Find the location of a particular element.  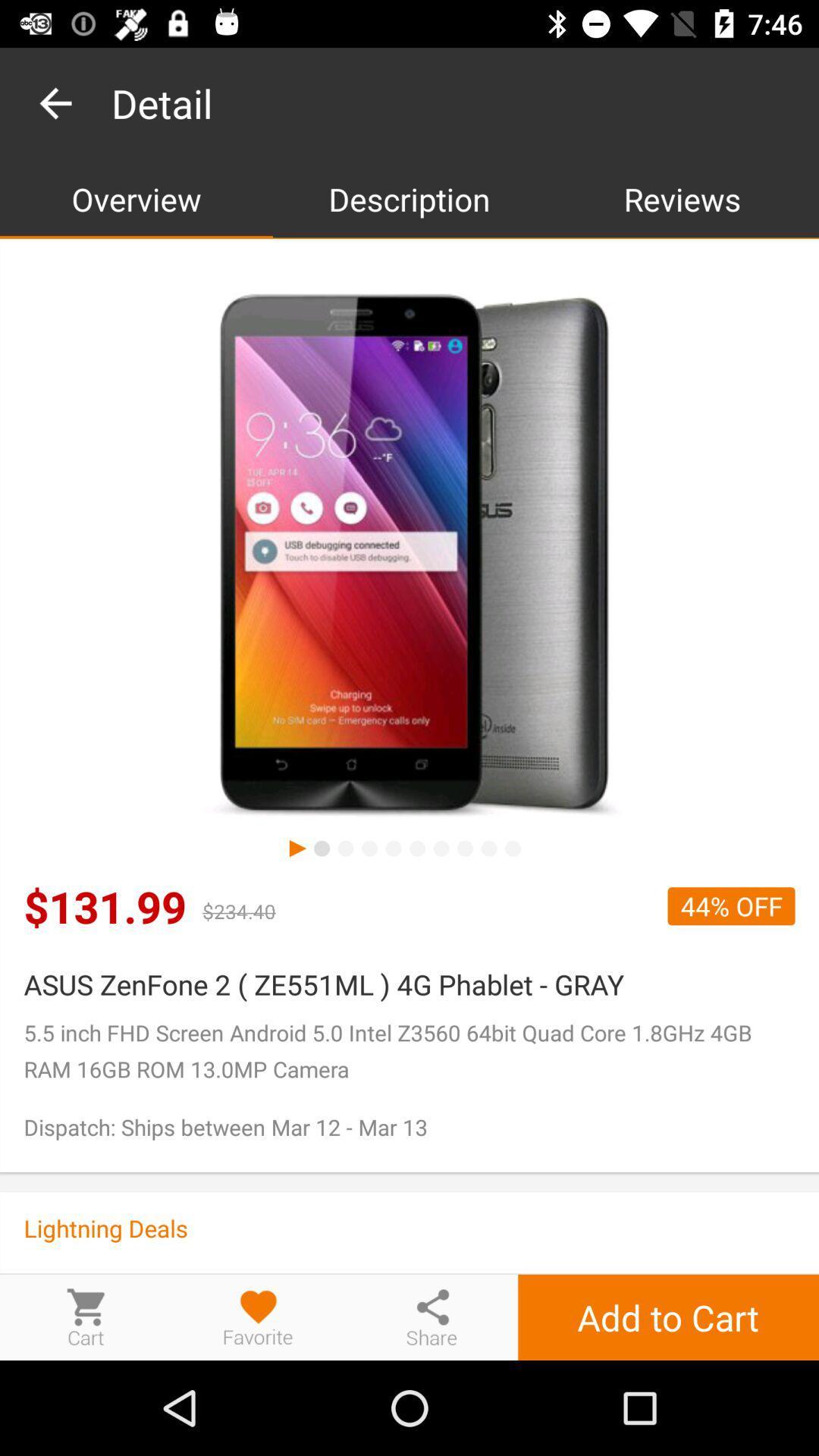

the item next to the description item is located at coordinates (136, 198).